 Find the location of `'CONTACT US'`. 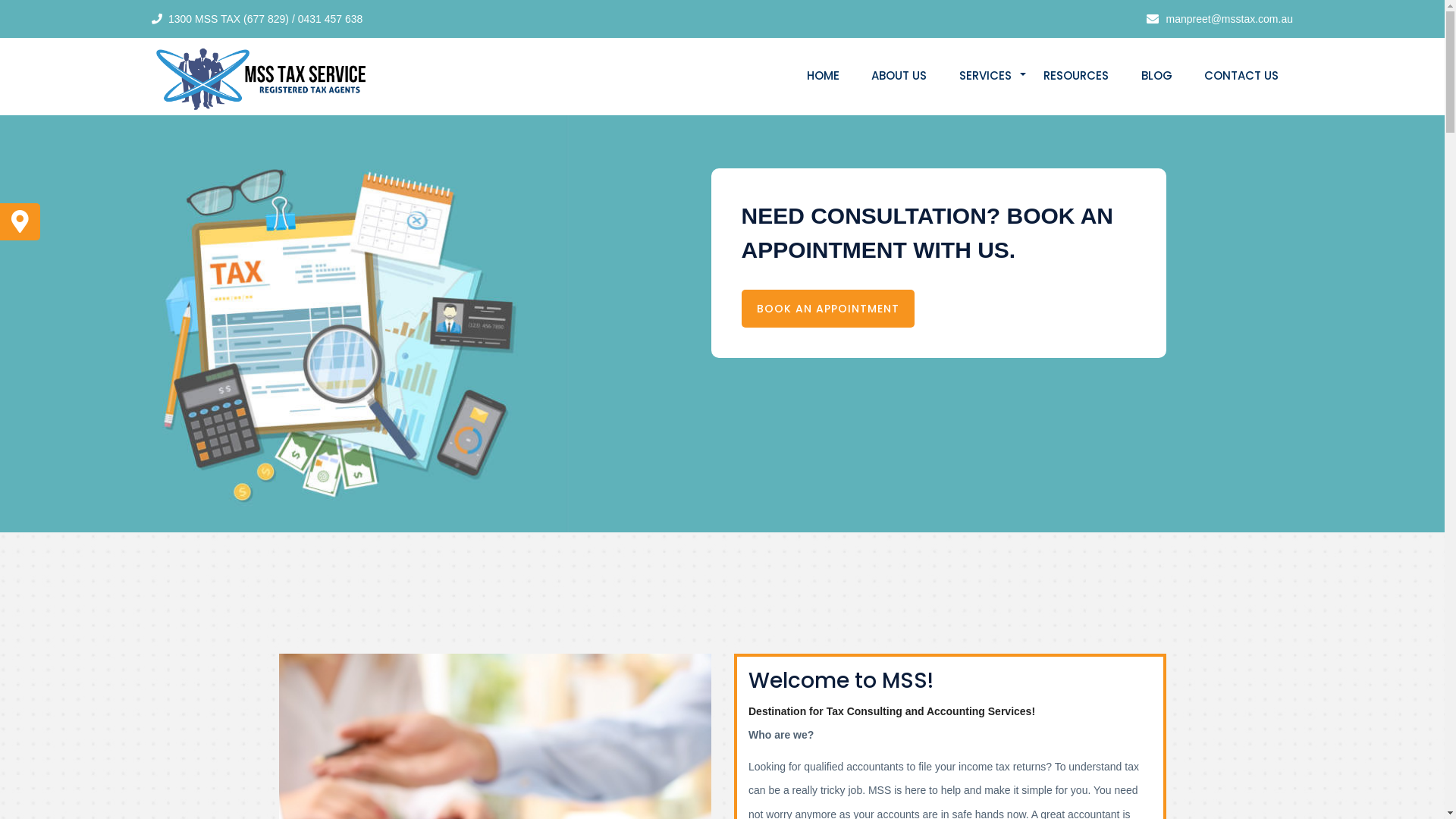

'CONTACT US' is located at coordinates (1241, 76).